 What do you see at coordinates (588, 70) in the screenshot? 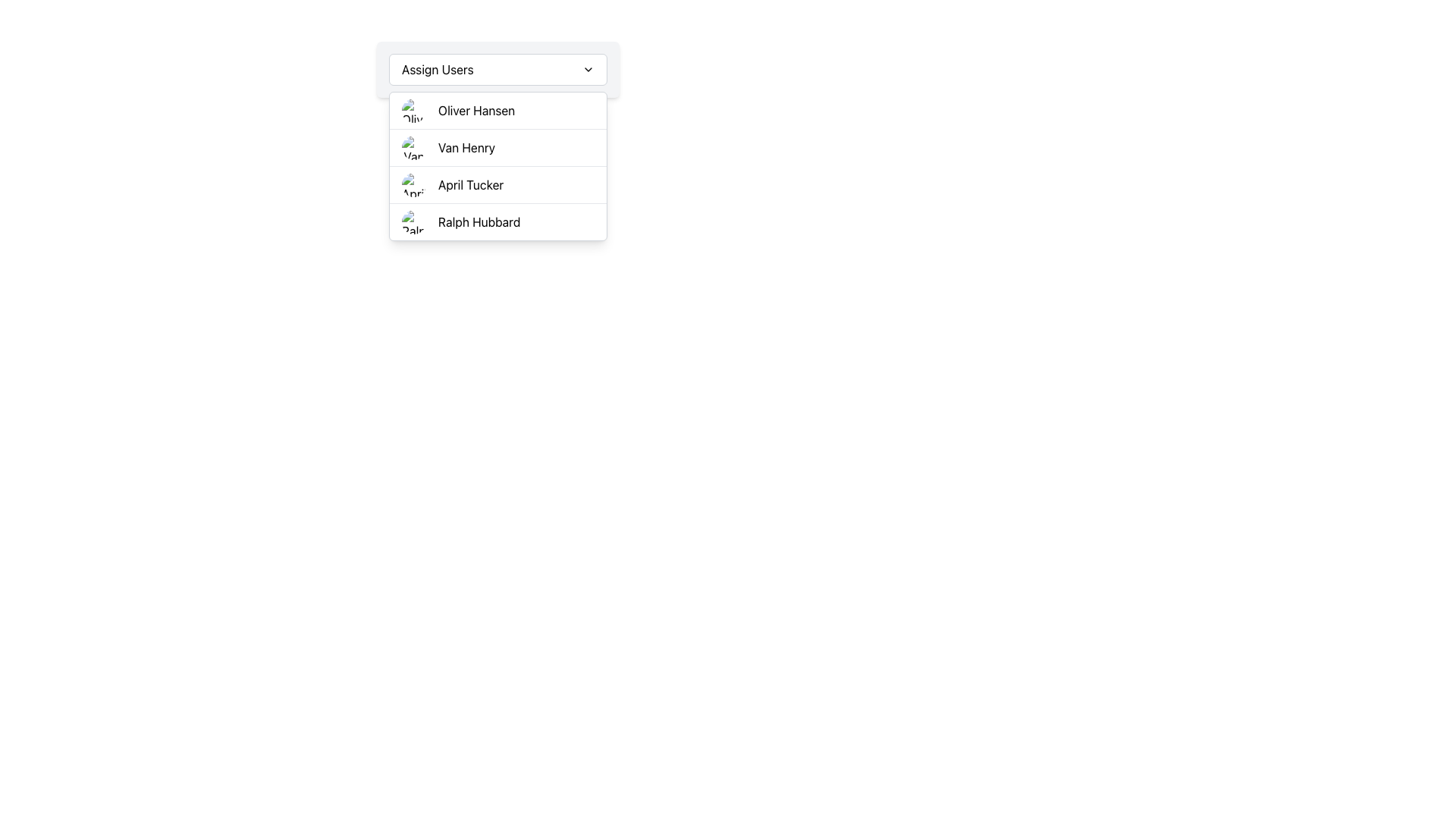
I see `the Dropdown toggle icon at the far-right end of the 'Assign Users' header bar` at bounding box center [588, 70].